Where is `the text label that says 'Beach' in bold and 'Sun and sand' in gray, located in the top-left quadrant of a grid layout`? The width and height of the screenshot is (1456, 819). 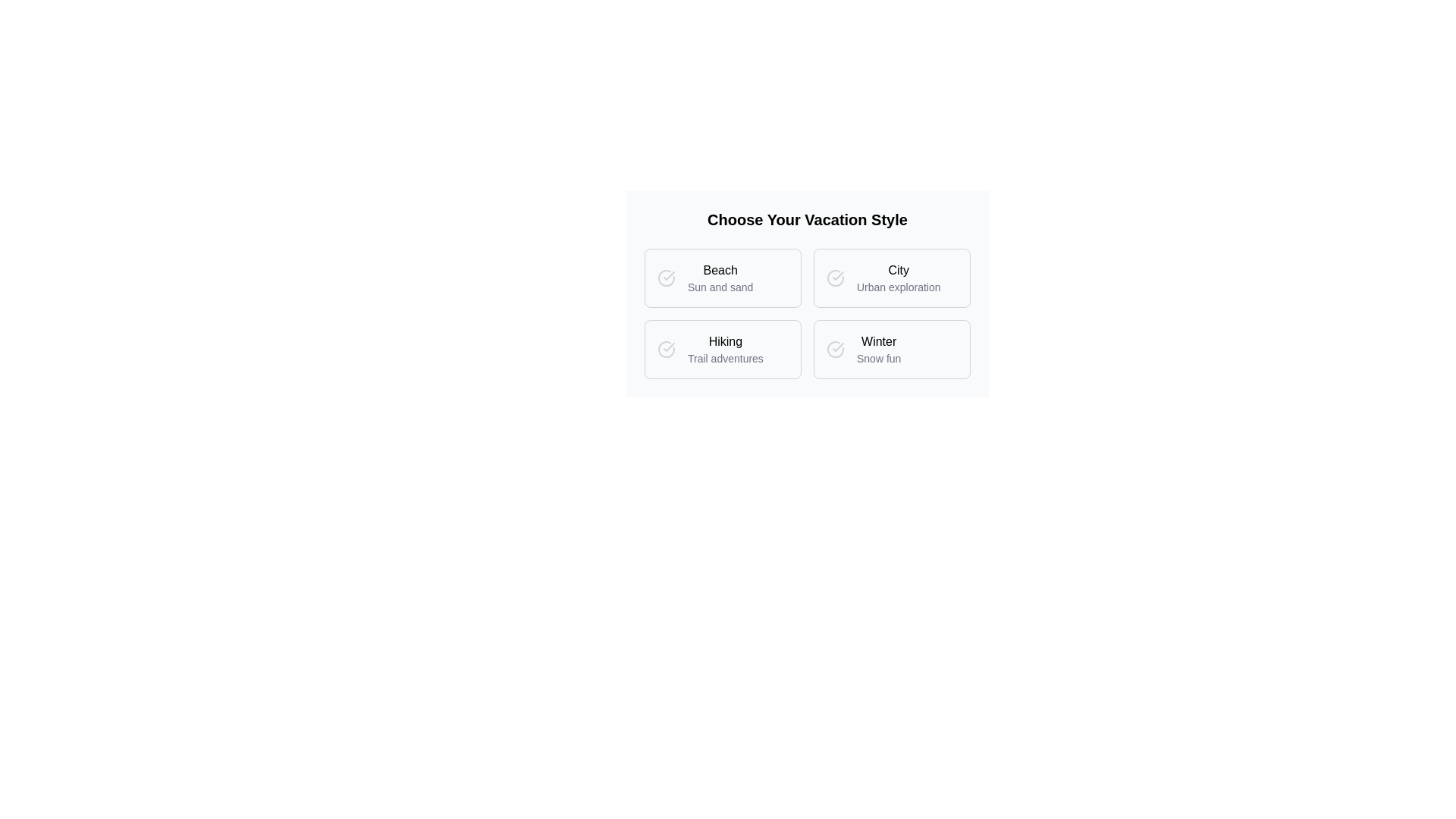
the text label that says 'Beach' in bold and 'Sun and sand' in gray, located in the top-left quadrant of a grid layout is located at coordinates (720, 278).